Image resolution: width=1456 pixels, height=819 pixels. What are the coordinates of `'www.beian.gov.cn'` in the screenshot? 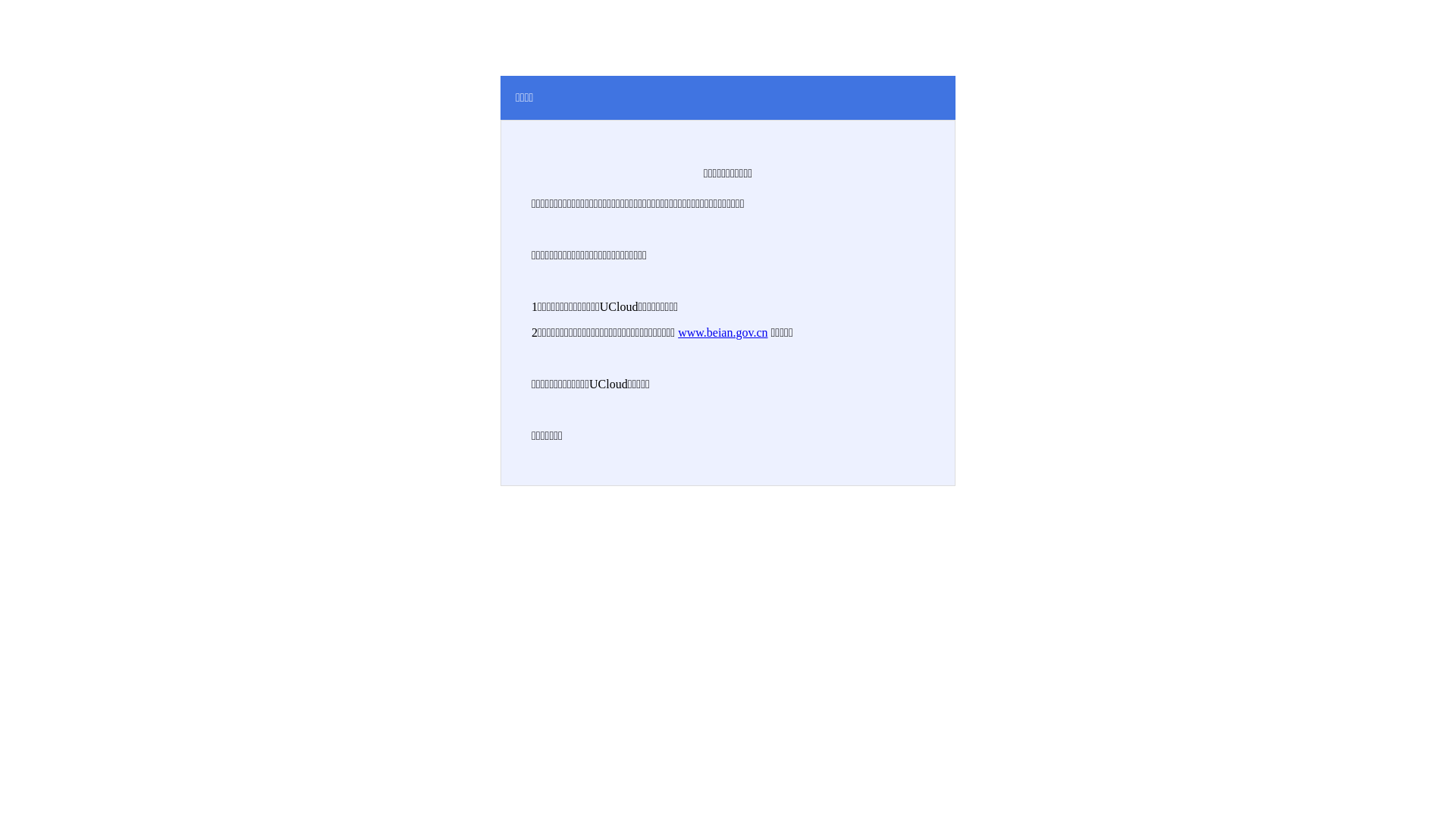 It's located at (676, 331).